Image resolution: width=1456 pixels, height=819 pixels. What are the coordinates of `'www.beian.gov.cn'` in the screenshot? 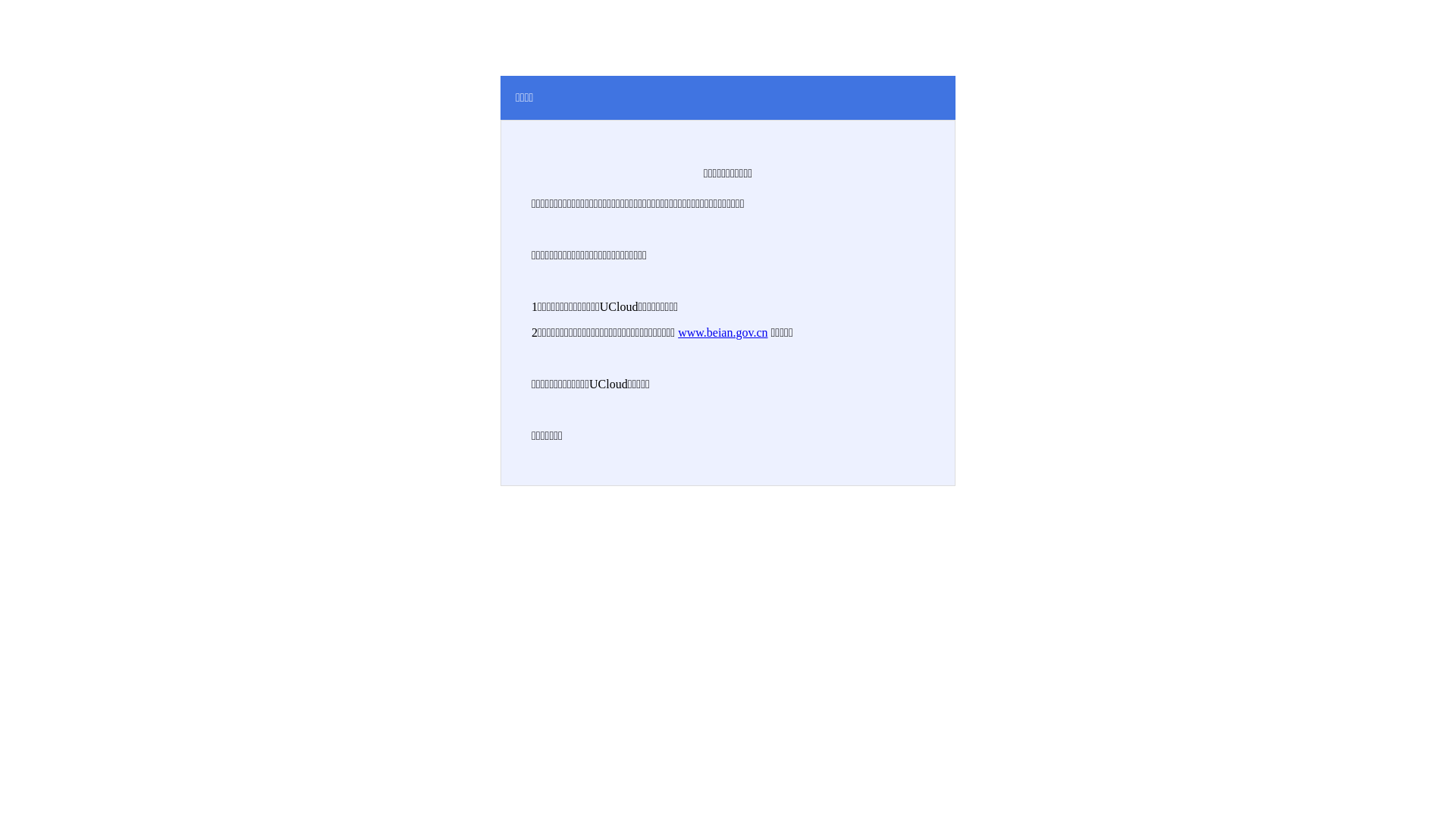 It's located at (676, 331).